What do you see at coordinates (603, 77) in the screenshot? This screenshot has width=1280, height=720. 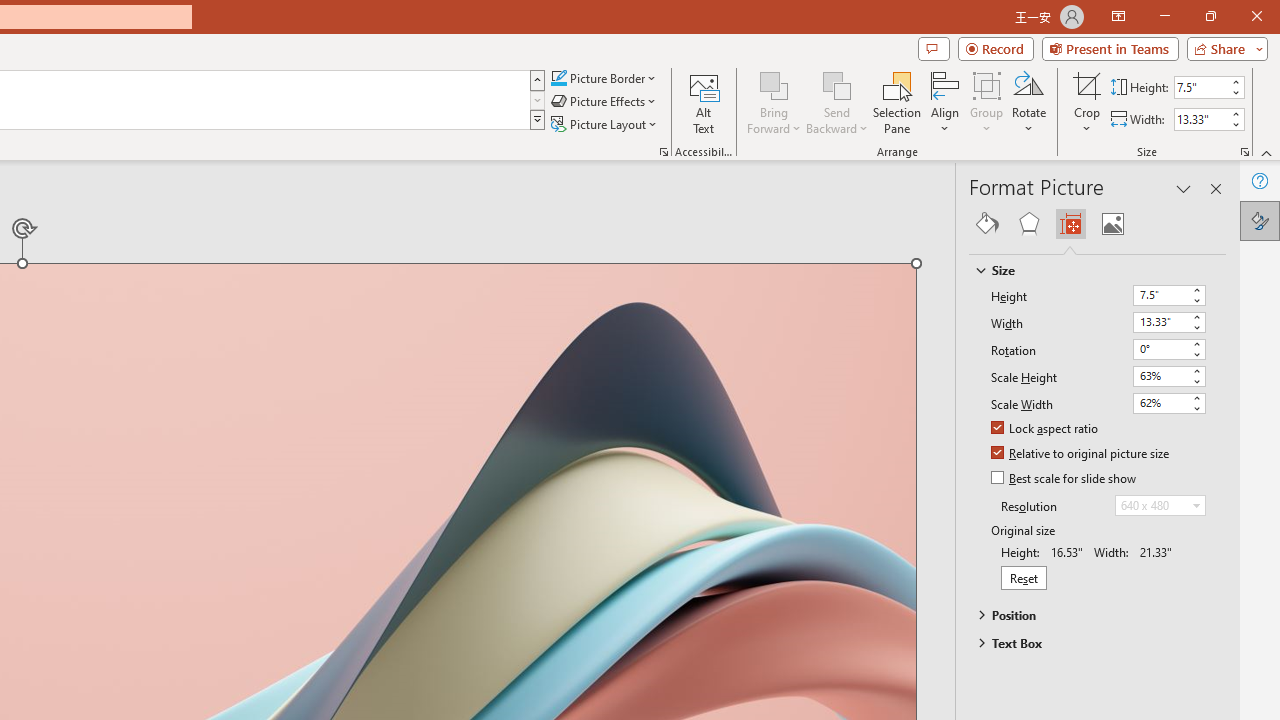 I see `'Picture Border'` at bounding box center [603, 77].